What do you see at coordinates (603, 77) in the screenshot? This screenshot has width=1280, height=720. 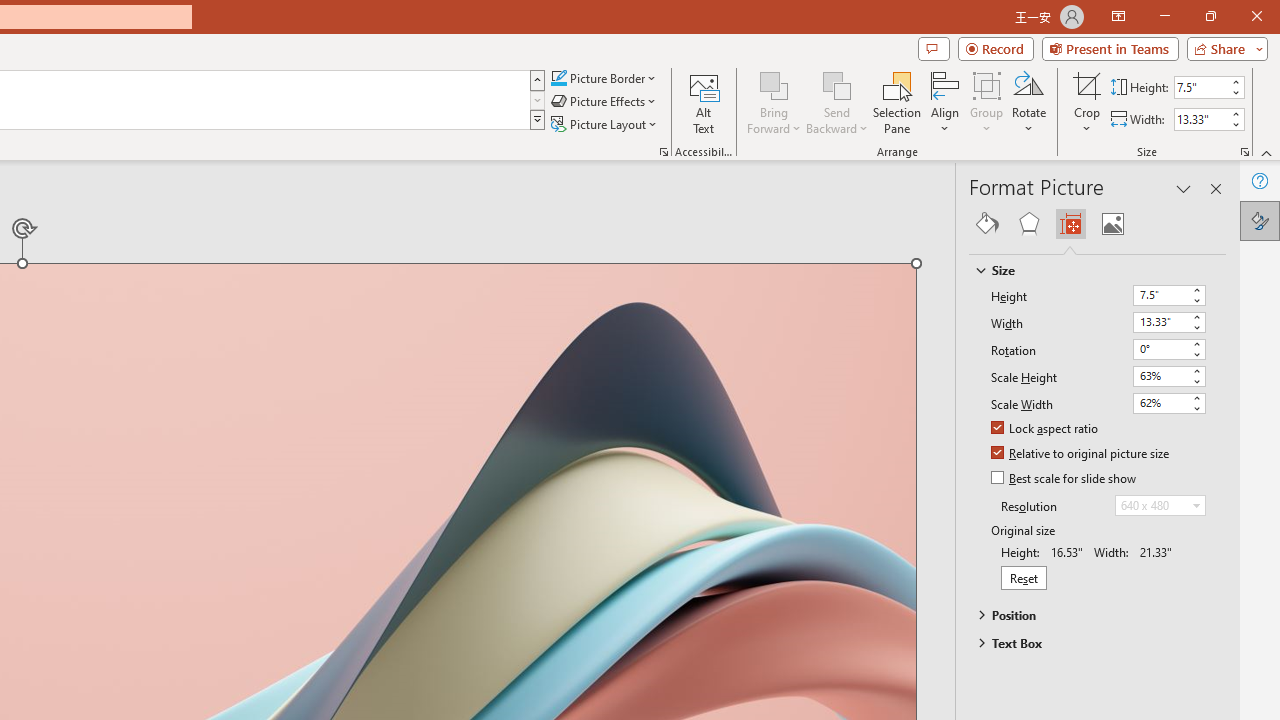 I see `'Picture Border'` at bounding box center [603, 77].